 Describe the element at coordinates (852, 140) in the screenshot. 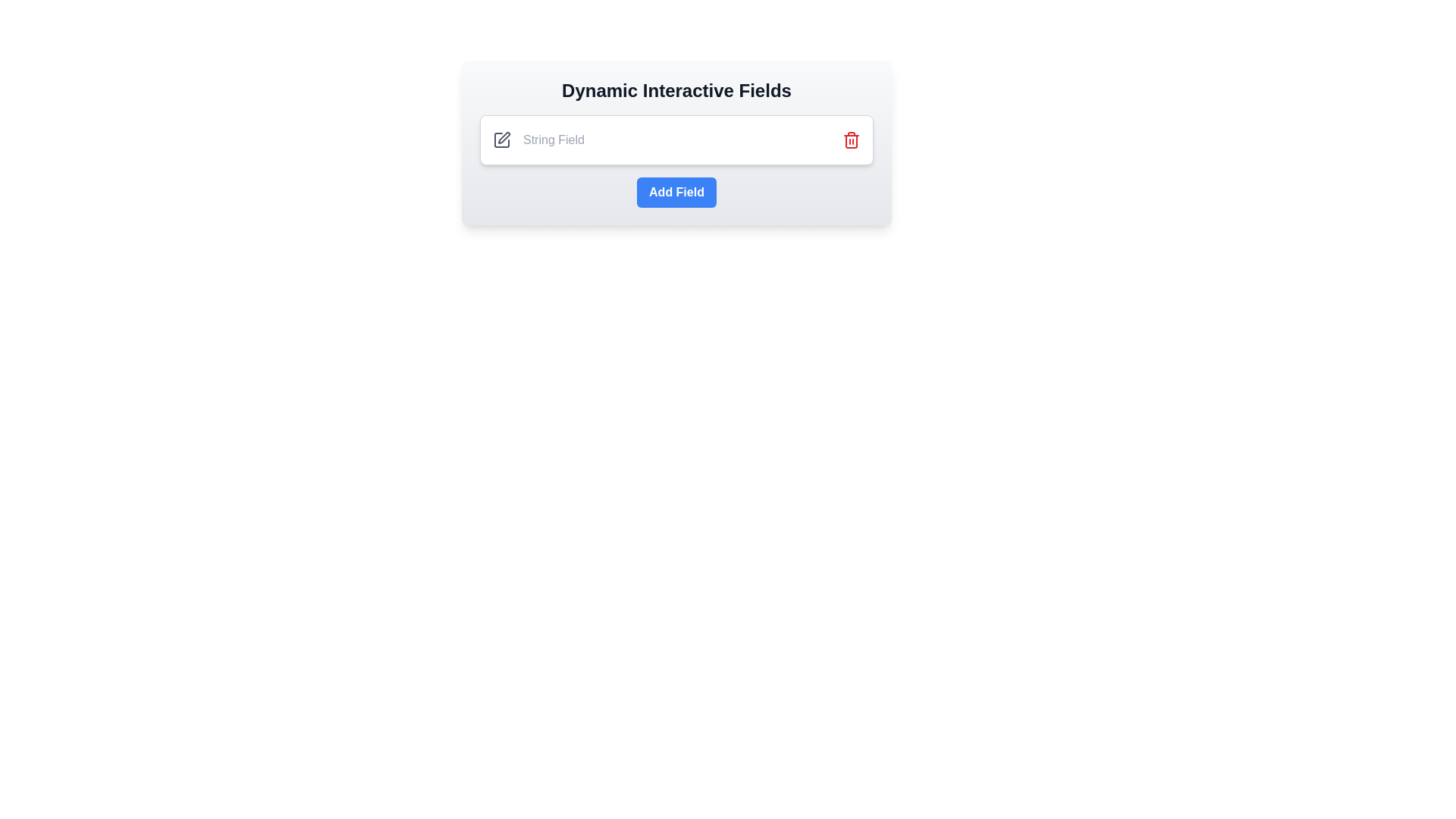

I see `the delete button represented as an SVG icon to observe a color change` at that location.